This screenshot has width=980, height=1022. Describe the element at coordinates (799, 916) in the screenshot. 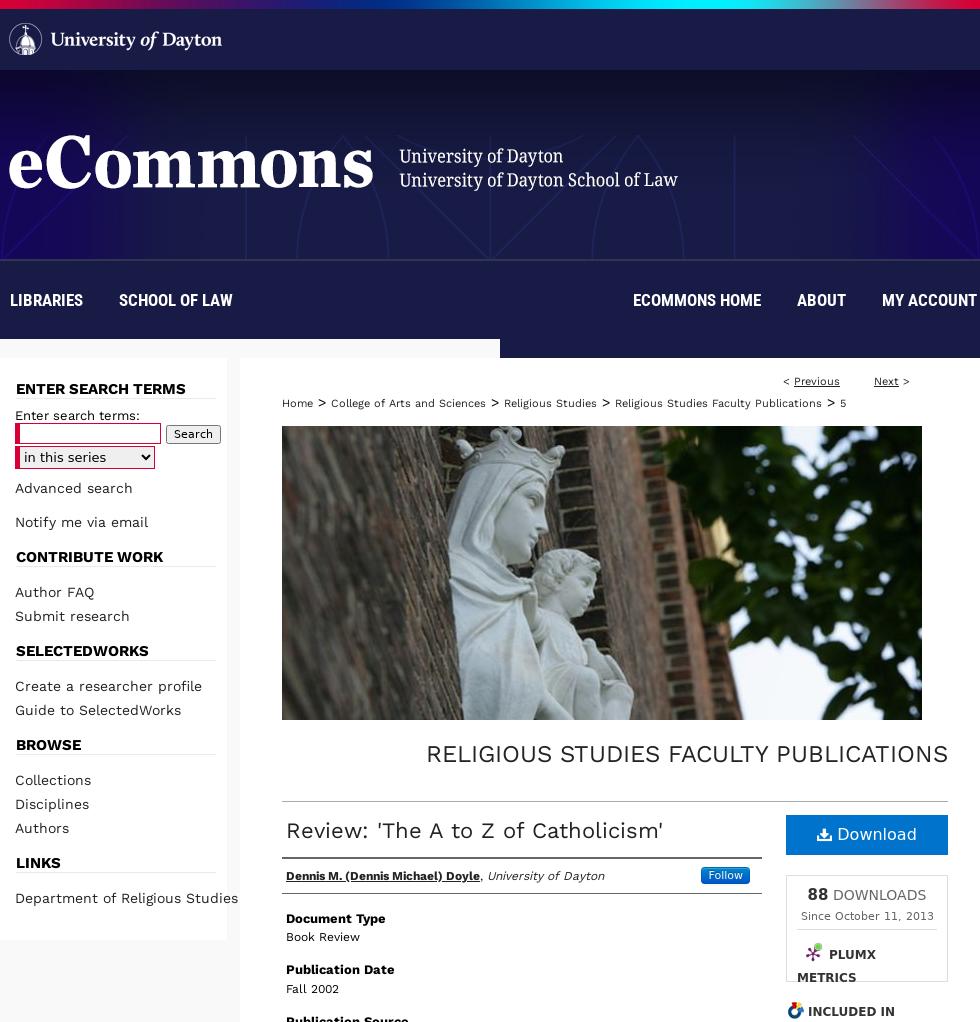

I see `'Since October 11, 2013'` at that location.